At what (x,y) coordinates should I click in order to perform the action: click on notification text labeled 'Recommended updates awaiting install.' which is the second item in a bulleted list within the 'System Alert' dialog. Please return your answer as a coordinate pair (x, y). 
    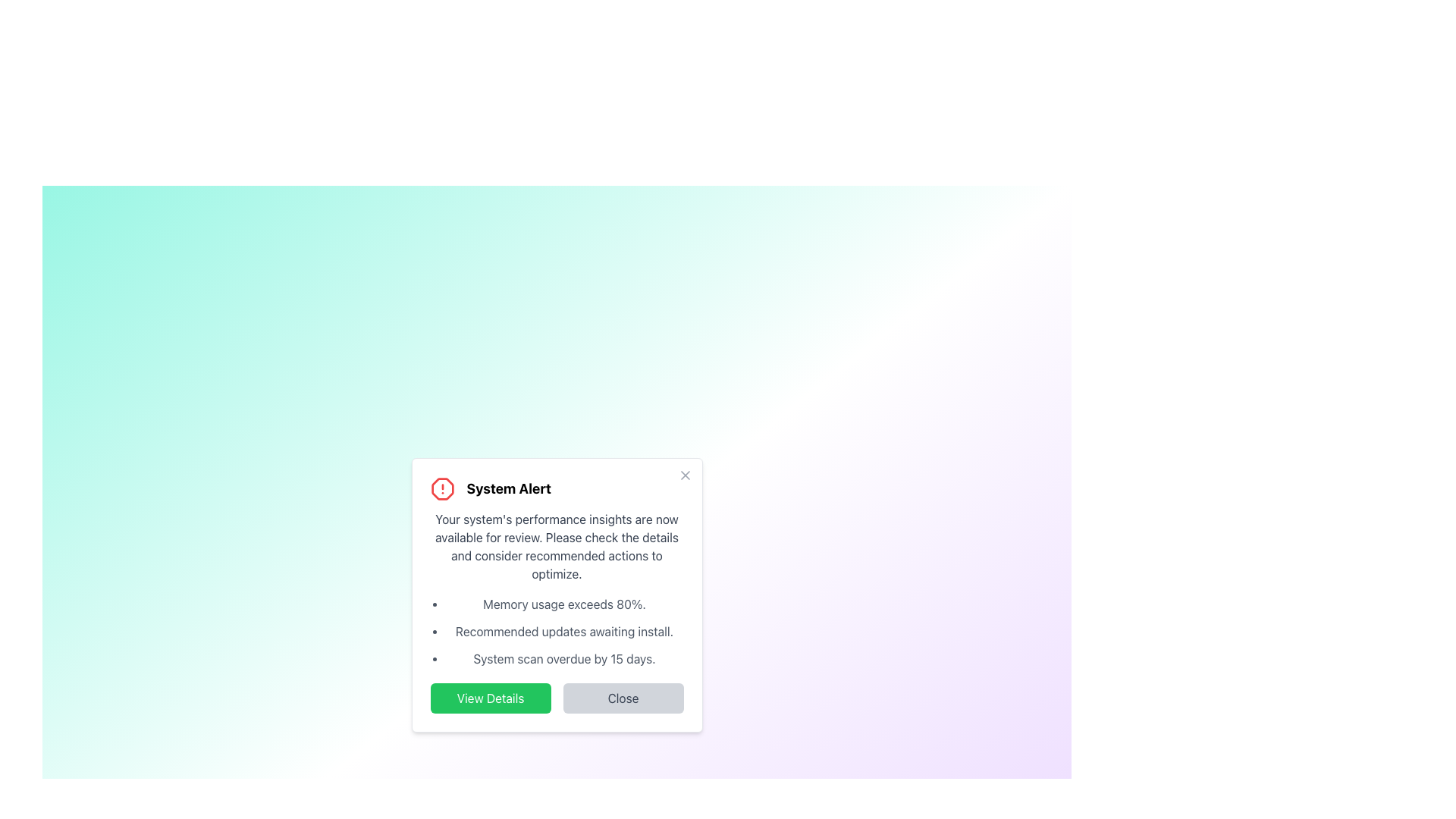
    Looking at the image, I should click on (563, 632).